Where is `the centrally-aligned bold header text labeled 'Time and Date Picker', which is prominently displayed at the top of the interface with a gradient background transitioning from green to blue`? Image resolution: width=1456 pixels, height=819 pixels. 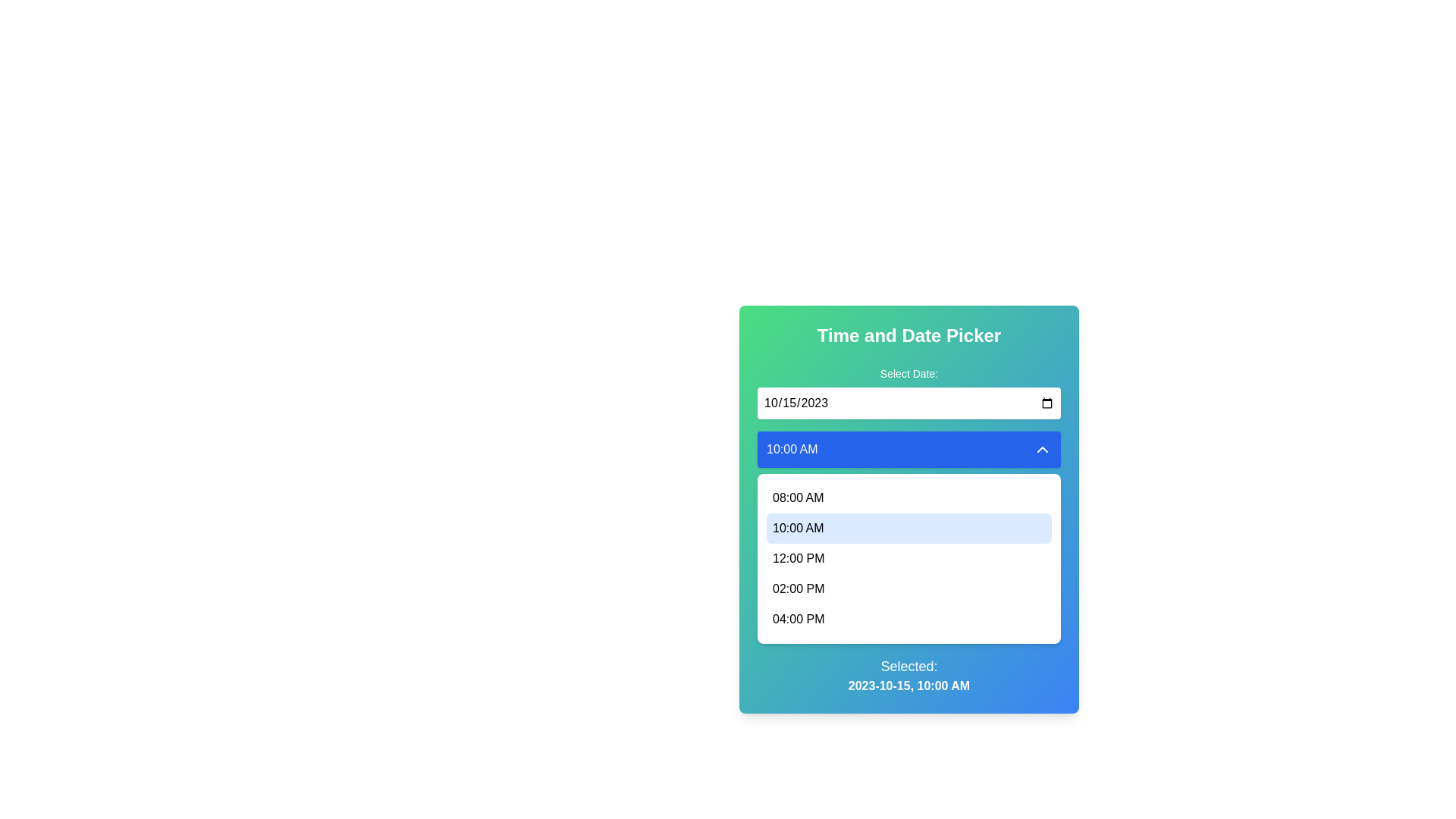
the centrally-aligned bold header text labeled 'Time and Date Picker', which is prominently displayed at the top of the interface with a gradient background transitioning from green to blue is located at coordinates (909, 335).